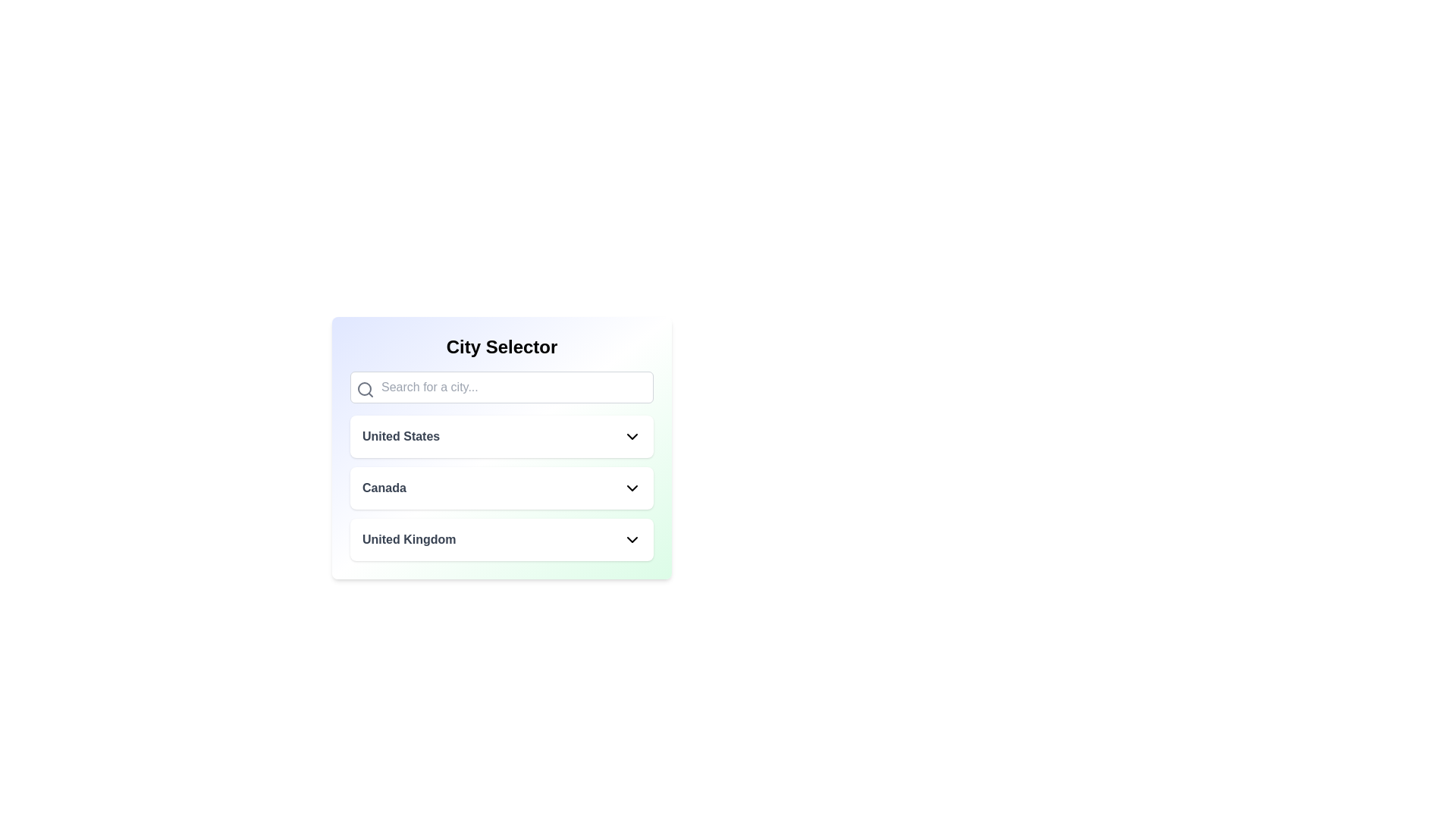  What do you see at coordinates (502, 488) in the screenshot?
I see `the dropdown trigger labeled 'Canada'` at bounding box center [502, 488].